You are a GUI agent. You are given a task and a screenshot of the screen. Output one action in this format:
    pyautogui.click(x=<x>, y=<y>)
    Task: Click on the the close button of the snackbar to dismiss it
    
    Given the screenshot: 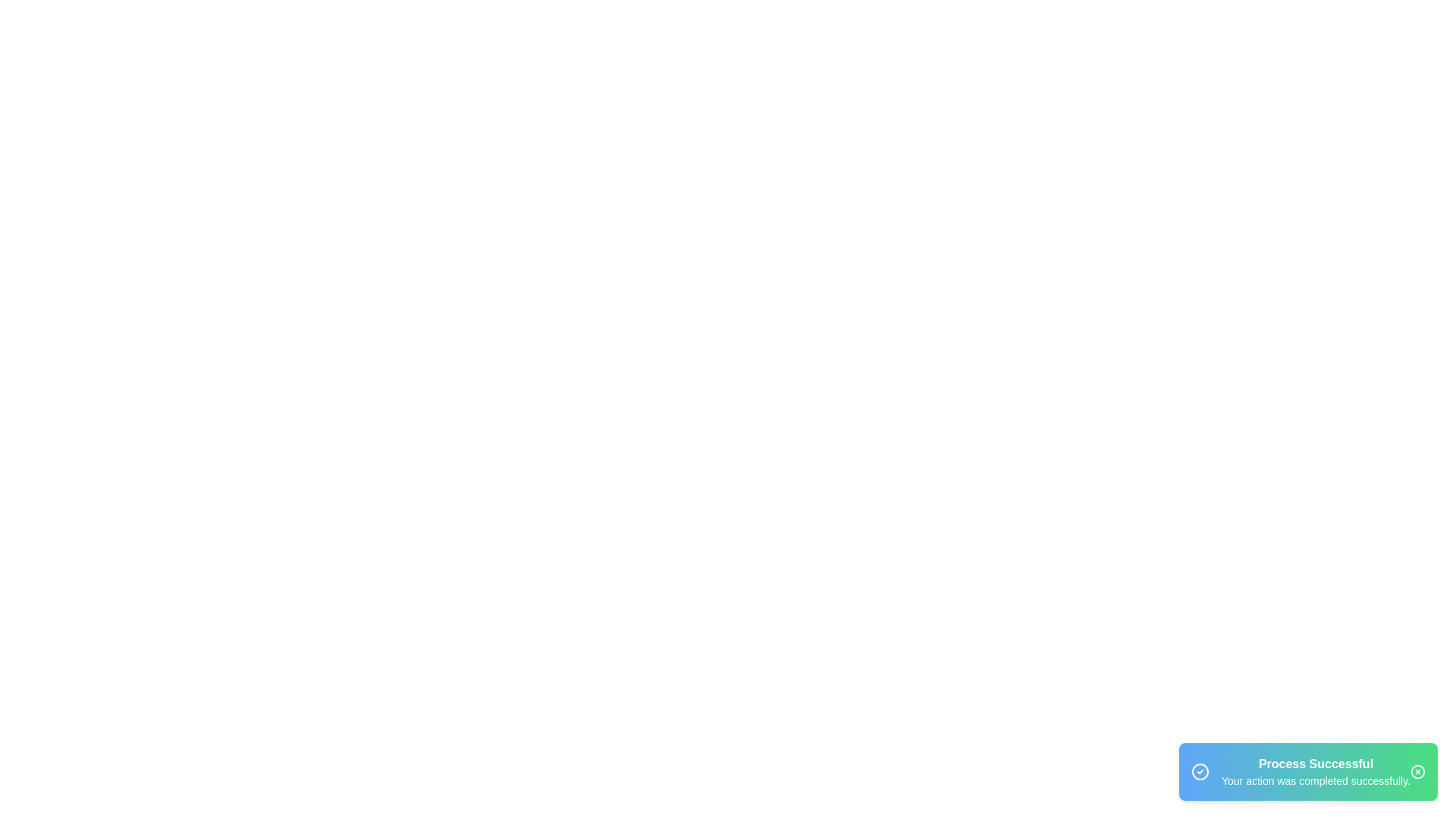 What is the action you would take?
    pyautogui.click(x=1417, y=772)
    